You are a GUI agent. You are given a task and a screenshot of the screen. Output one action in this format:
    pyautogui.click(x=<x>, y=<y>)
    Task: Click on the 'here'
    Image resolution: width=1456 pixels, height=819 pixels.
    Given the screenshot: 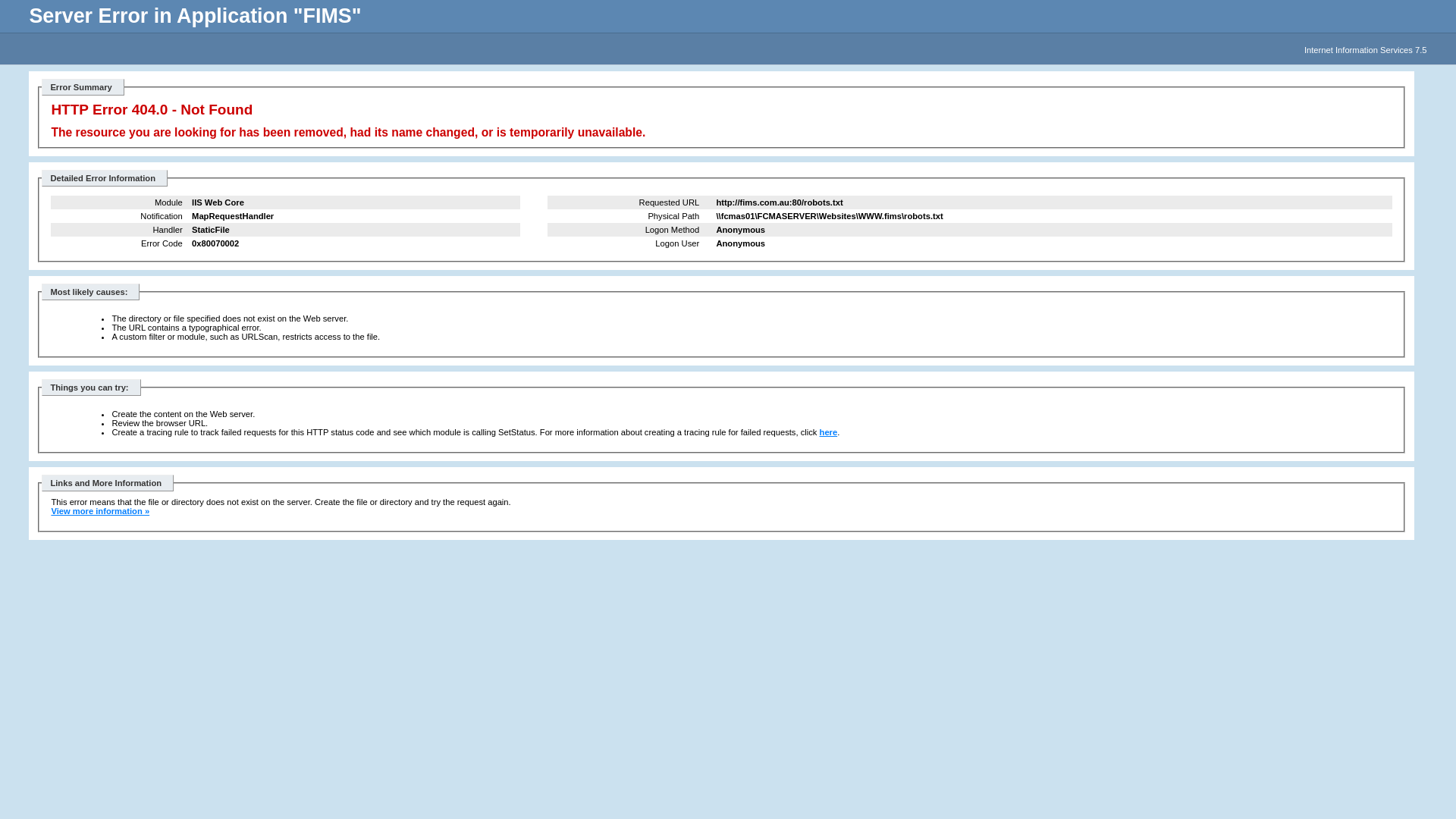 What is the action you would take?
    pyautogui.click(x=828, y=432)
    